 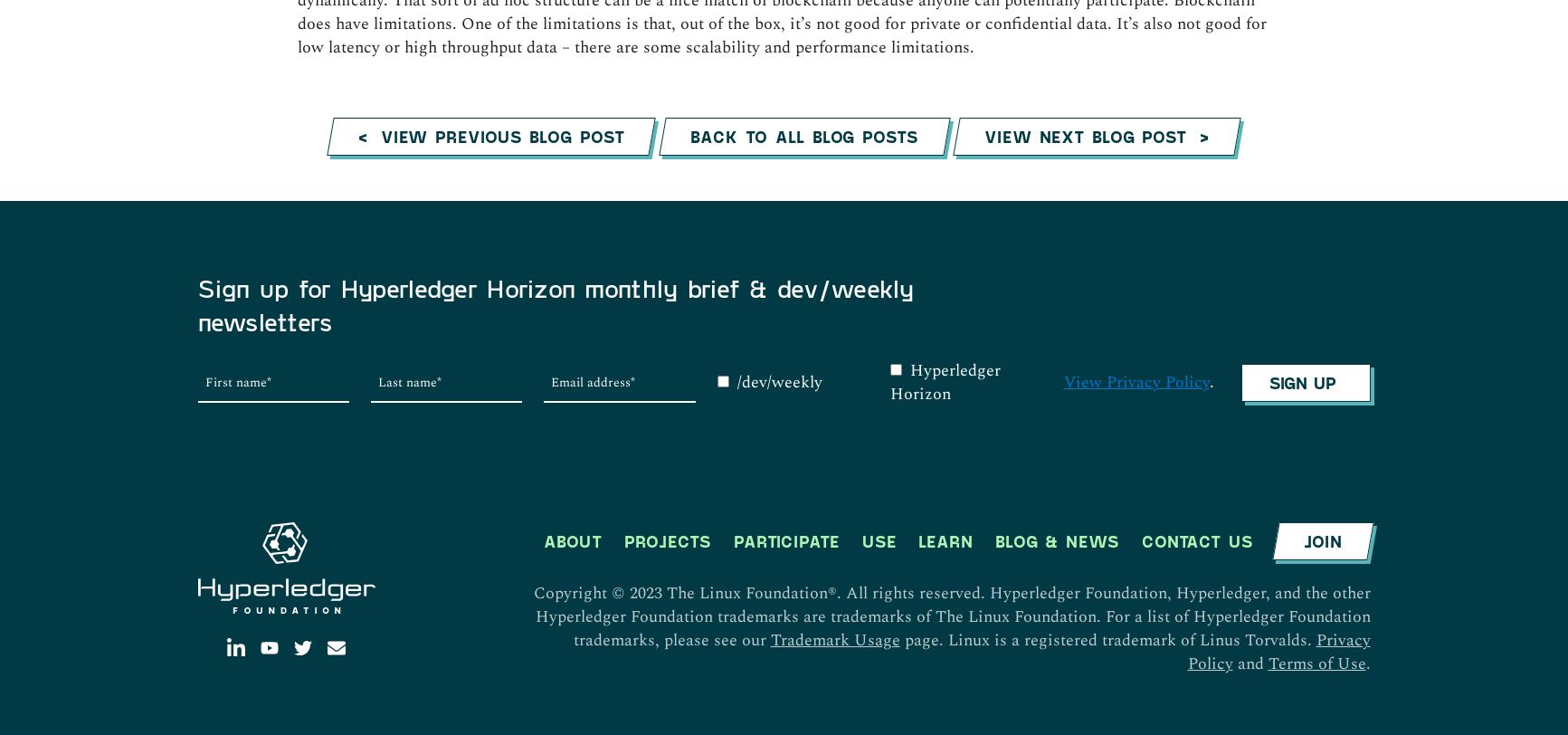 I want to click on 'Contact Us', so click(x=1196, y=163).